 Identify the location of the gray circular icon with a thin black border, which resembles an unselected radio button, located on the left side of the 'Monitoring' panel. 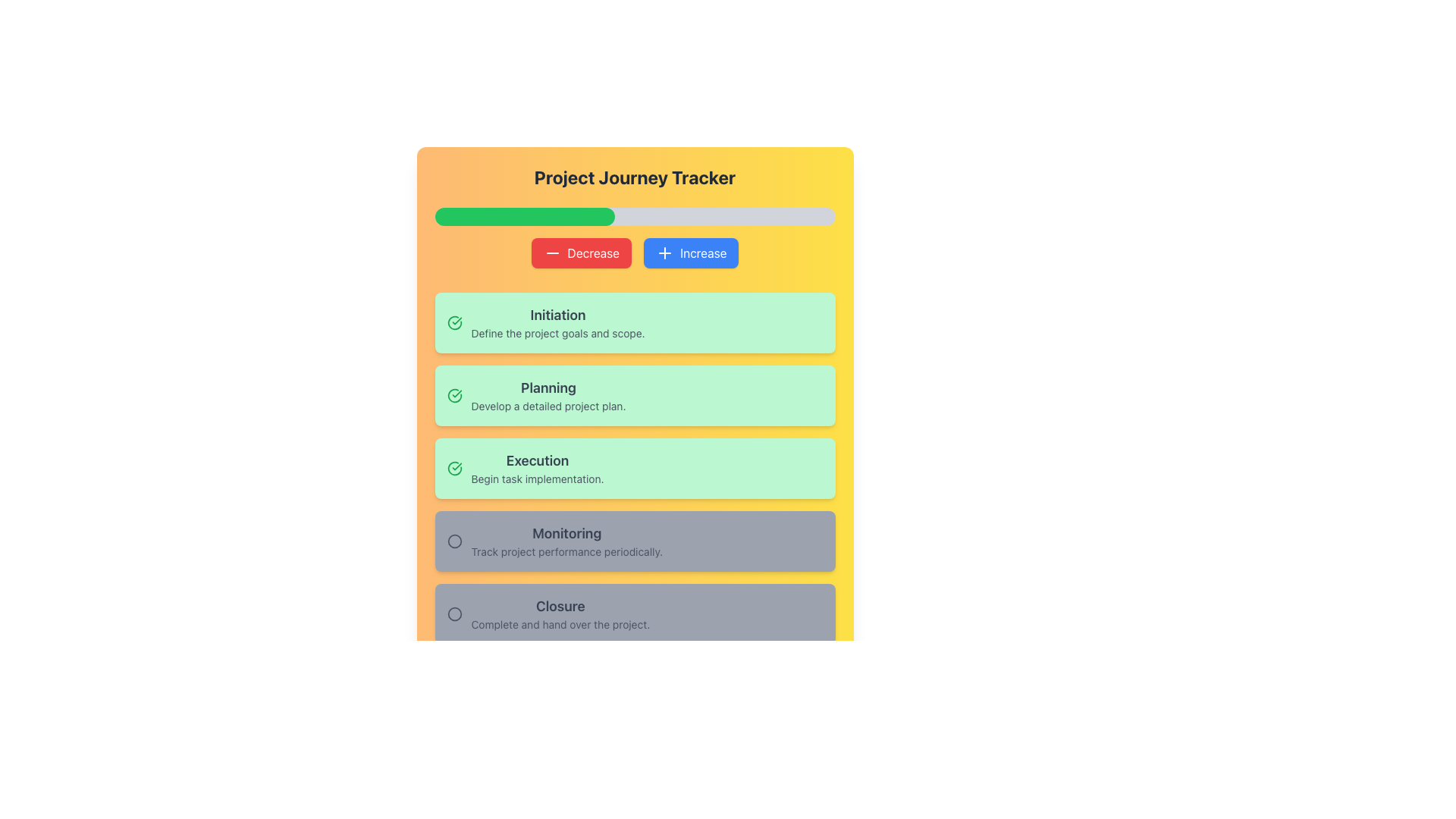
(453, 540).